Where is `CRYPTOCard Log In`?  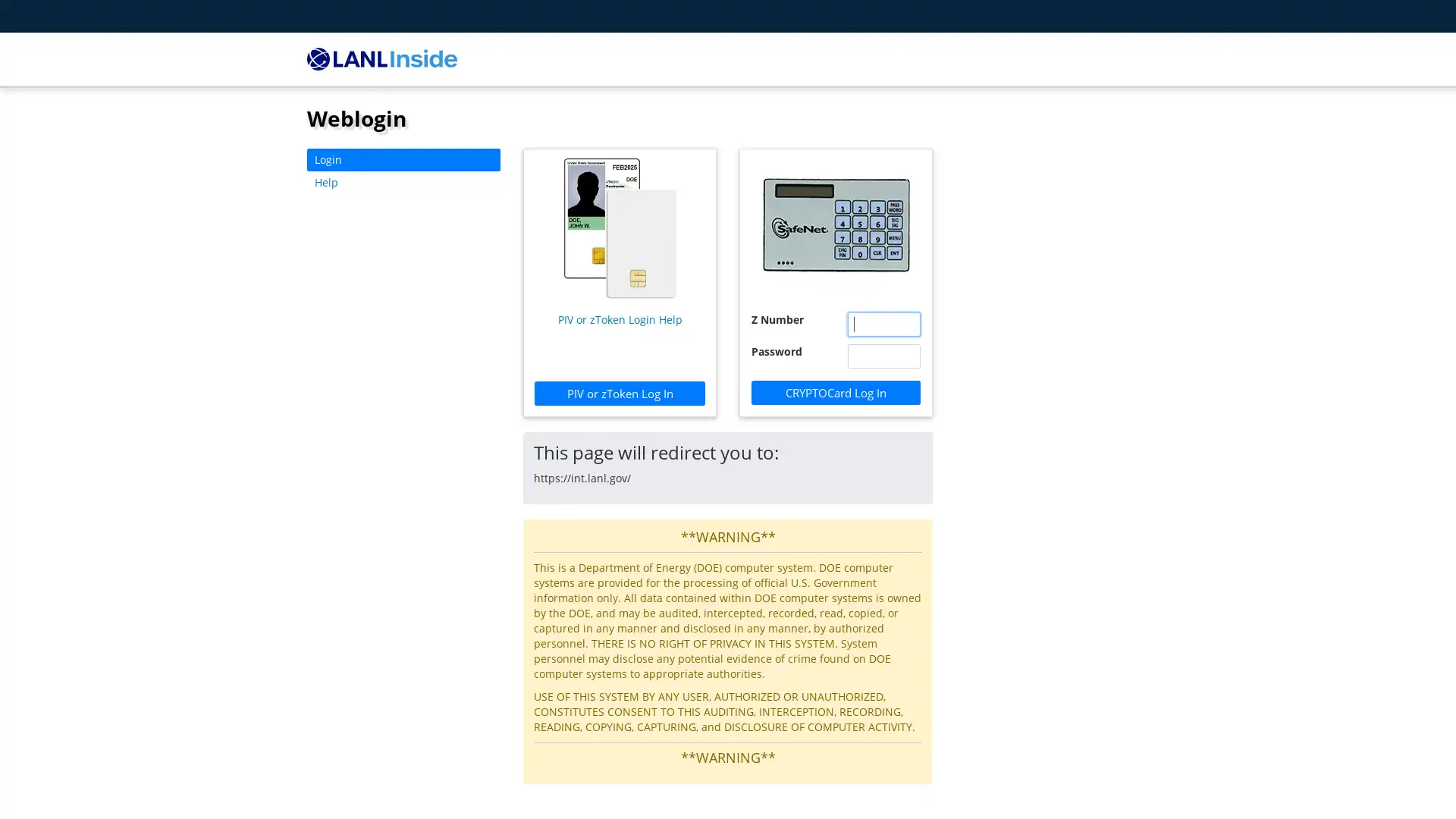
CRYPTOCard Log In is located at coordinates (835, 391).